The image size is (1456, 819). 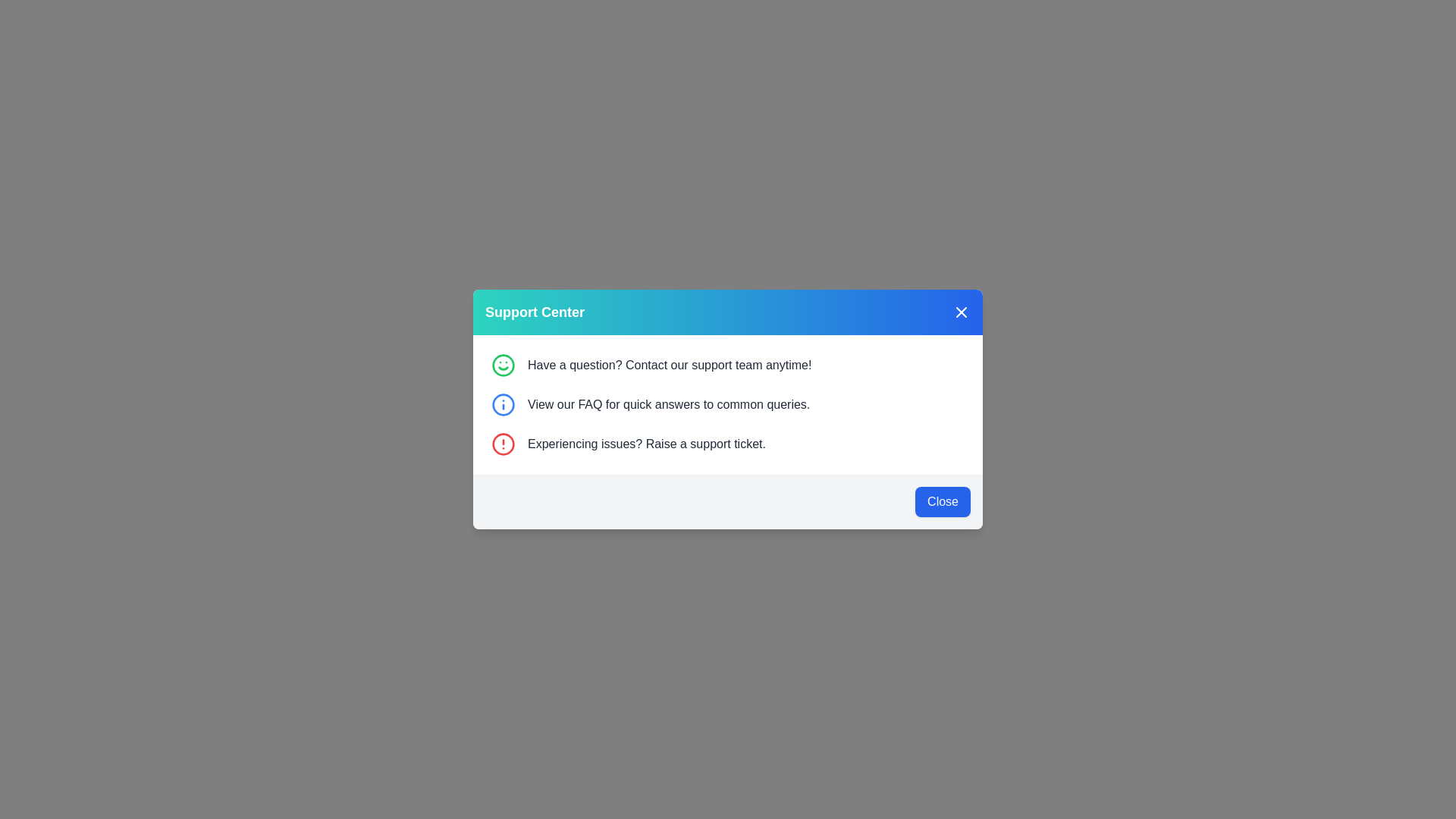 I want to click on static text label that says 'View our FAQ for quick answers to common queries.' which is located beneath the question support text and above the support ticket text, so click(x=668, y=403).